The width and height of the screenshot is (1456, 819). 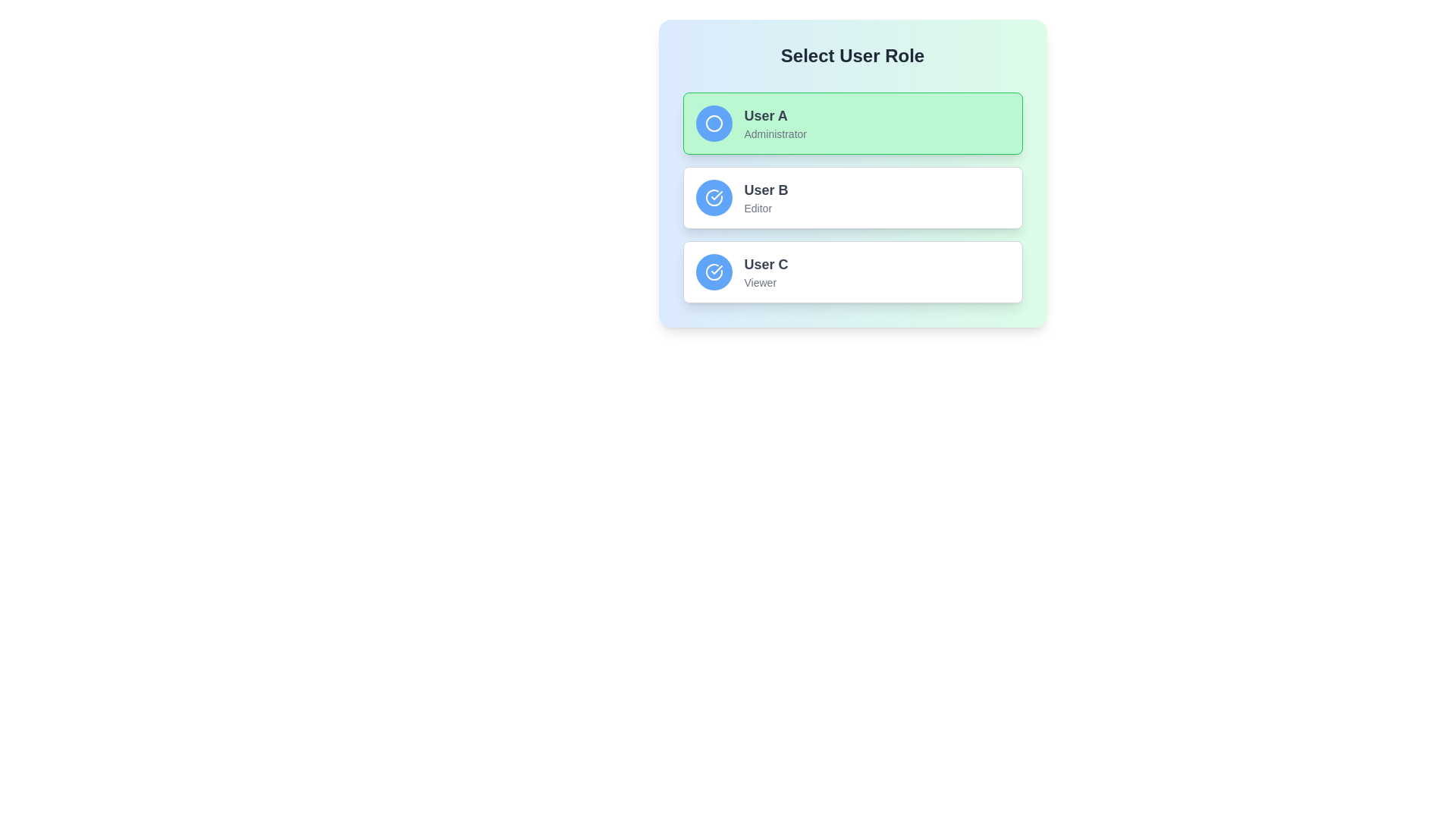 What do you see at coordinates (775, 115) in the screenshot?
I see `the Static Text Label displaying the name of the user associated with the 'Administrator' role, located at the topmost user card in the vertical list` at bounding box center [775, 115].